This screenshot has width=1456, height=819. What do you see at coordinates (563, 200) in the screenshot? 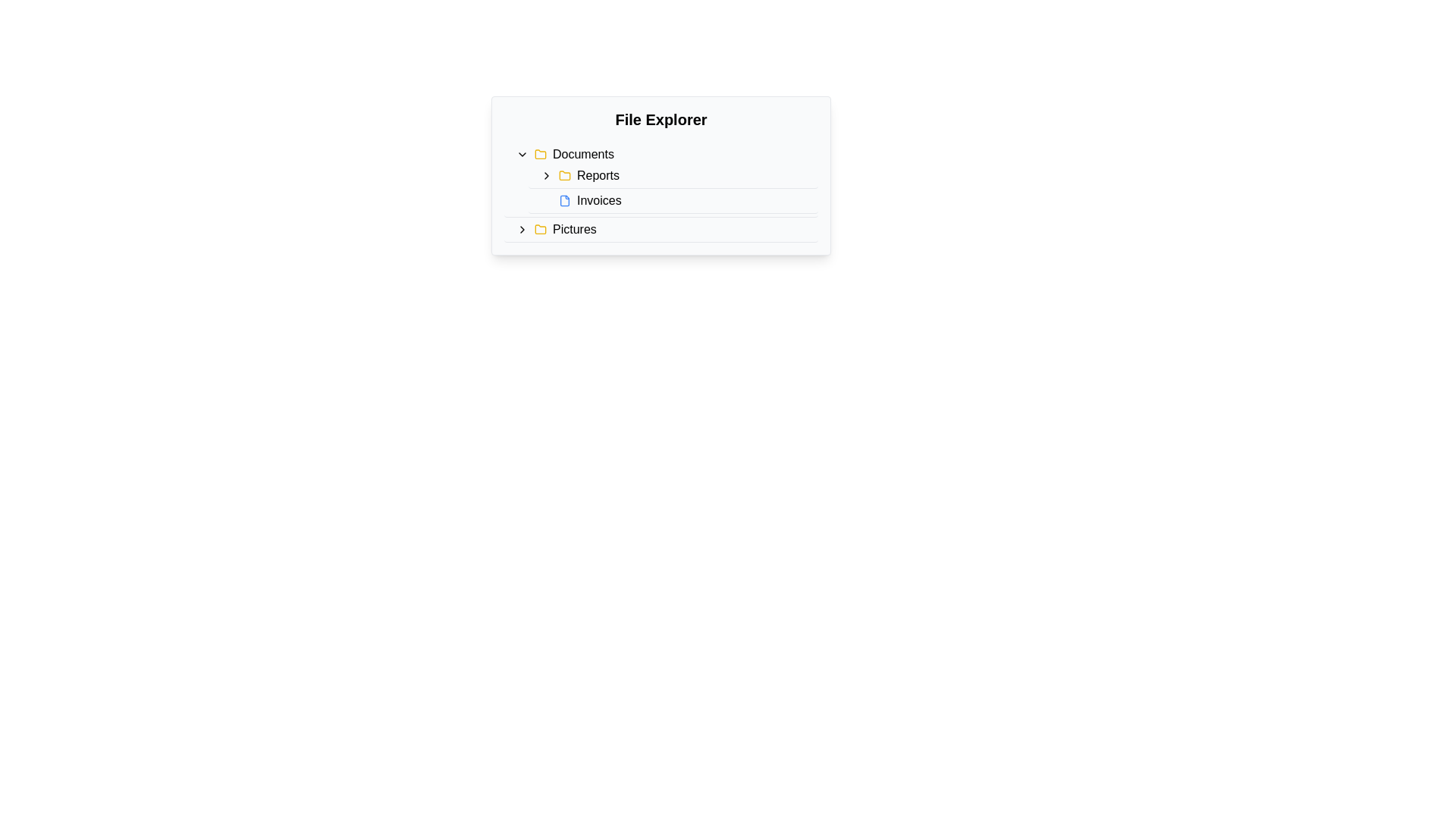
I see `the small blue document icon located to the left of the 'Invoices' label` at bounding box center [563, 200].